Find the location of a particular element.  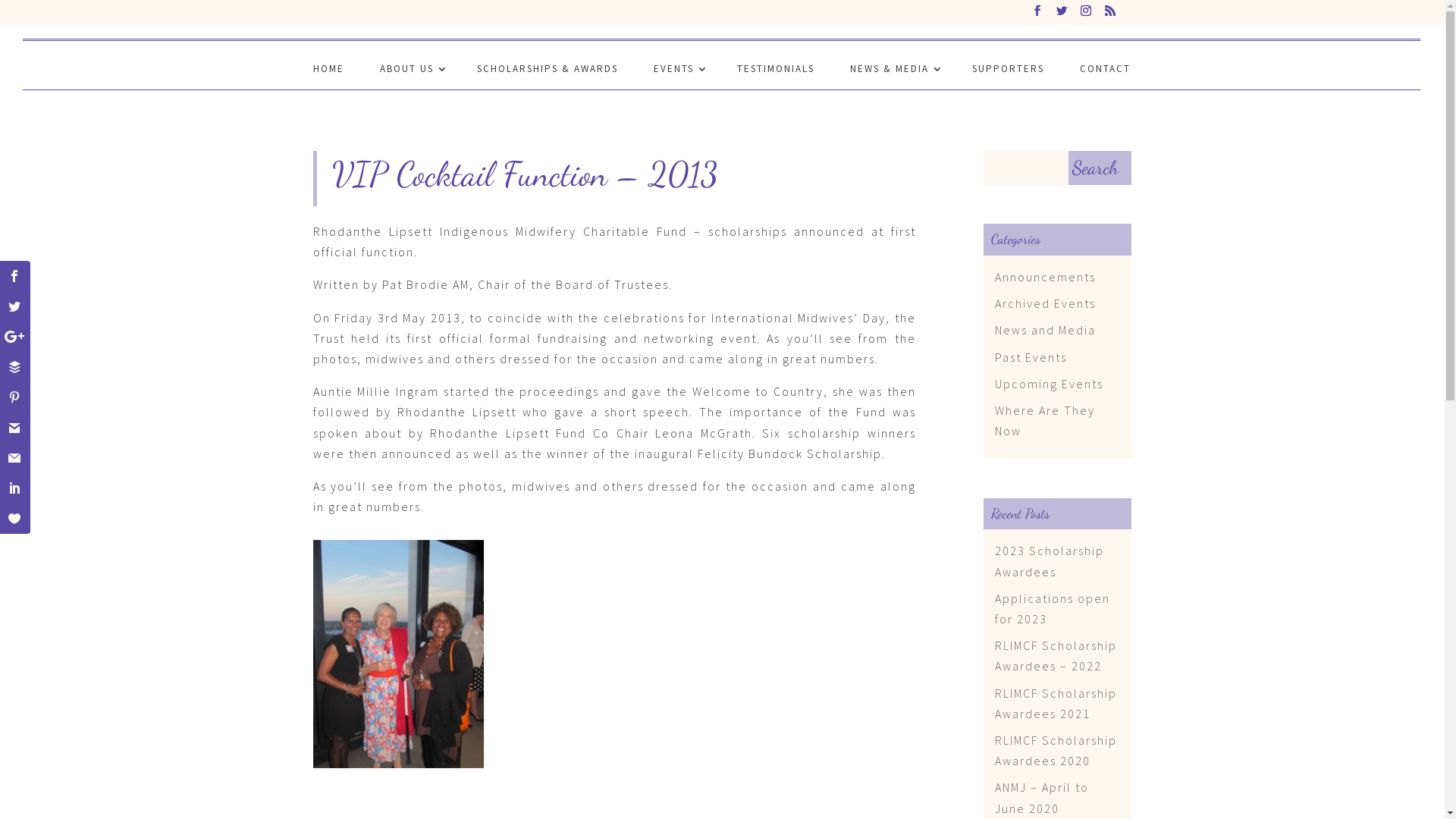

'SUPPORTERS' is located at coordinates (1008, 76).